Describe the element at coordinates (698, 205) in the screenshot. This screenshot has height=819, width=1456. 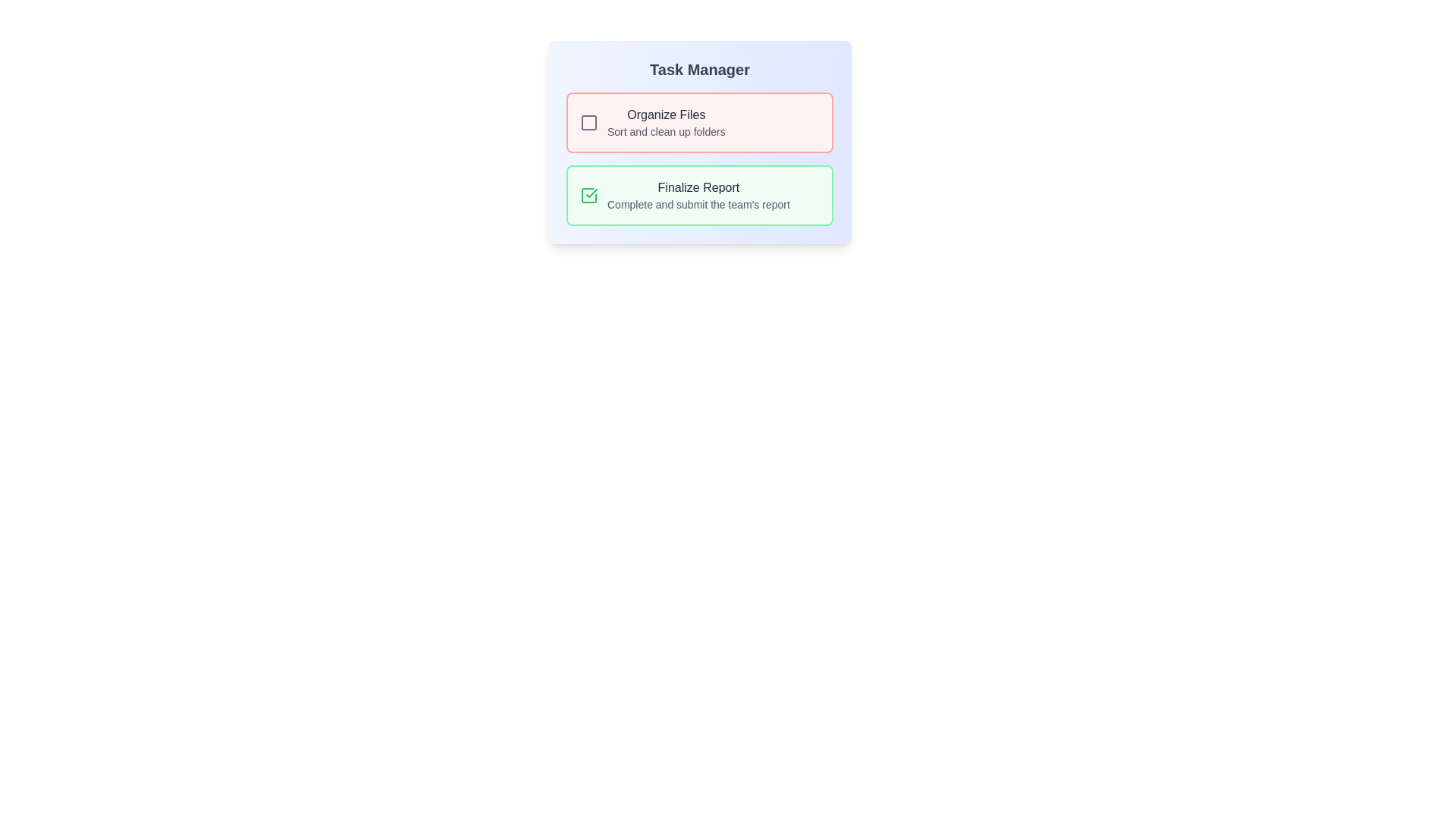
I see `the static text that reads 'Complete and submit the team's report', which is positioned underneath the bold title 'Finalize Report' within a green-bordered rectangular section` at that location.